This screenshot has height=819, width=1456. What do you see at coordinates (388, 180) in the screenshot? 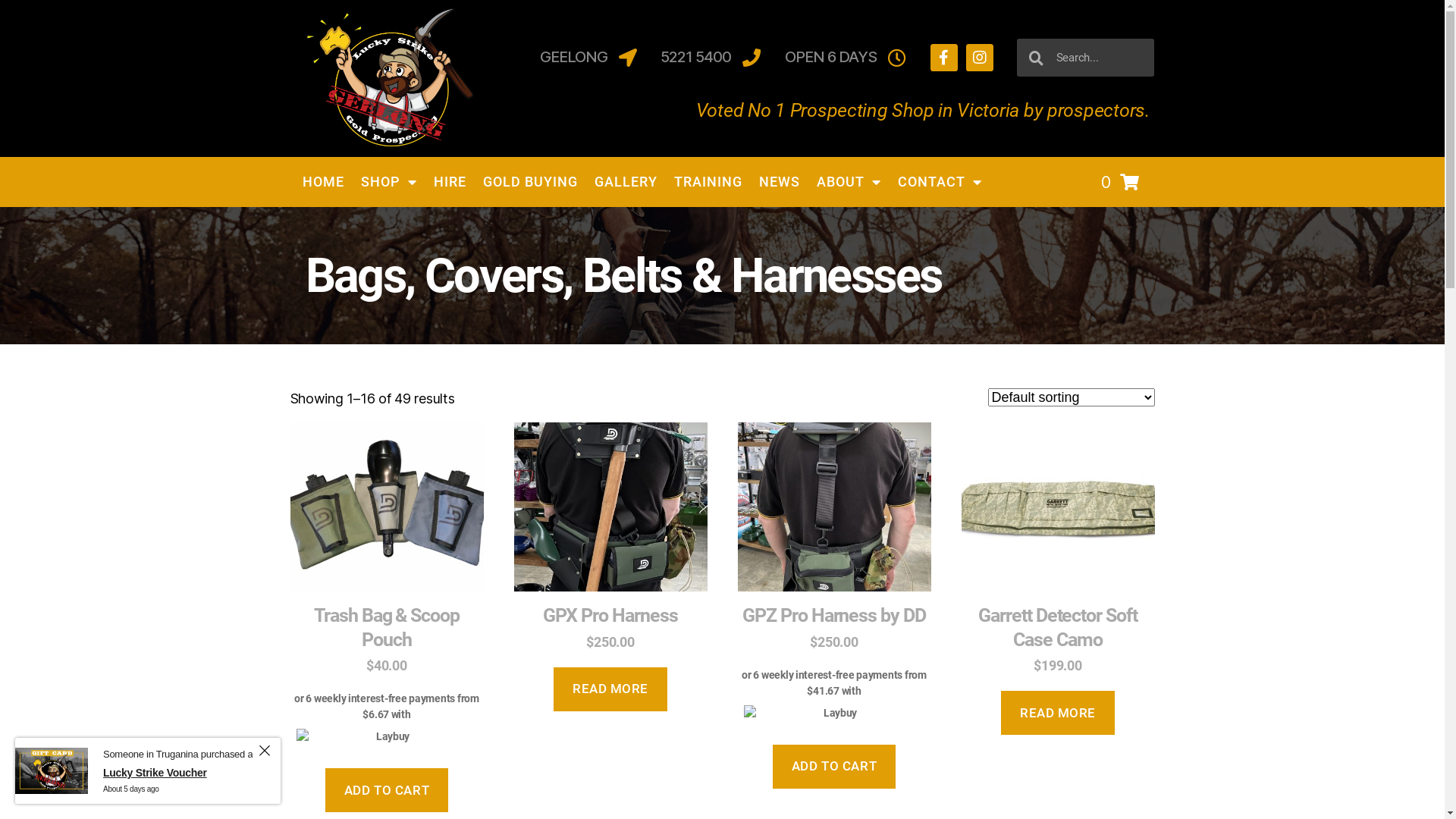
I see `'SHOP'` at bounding box center [388, 180].